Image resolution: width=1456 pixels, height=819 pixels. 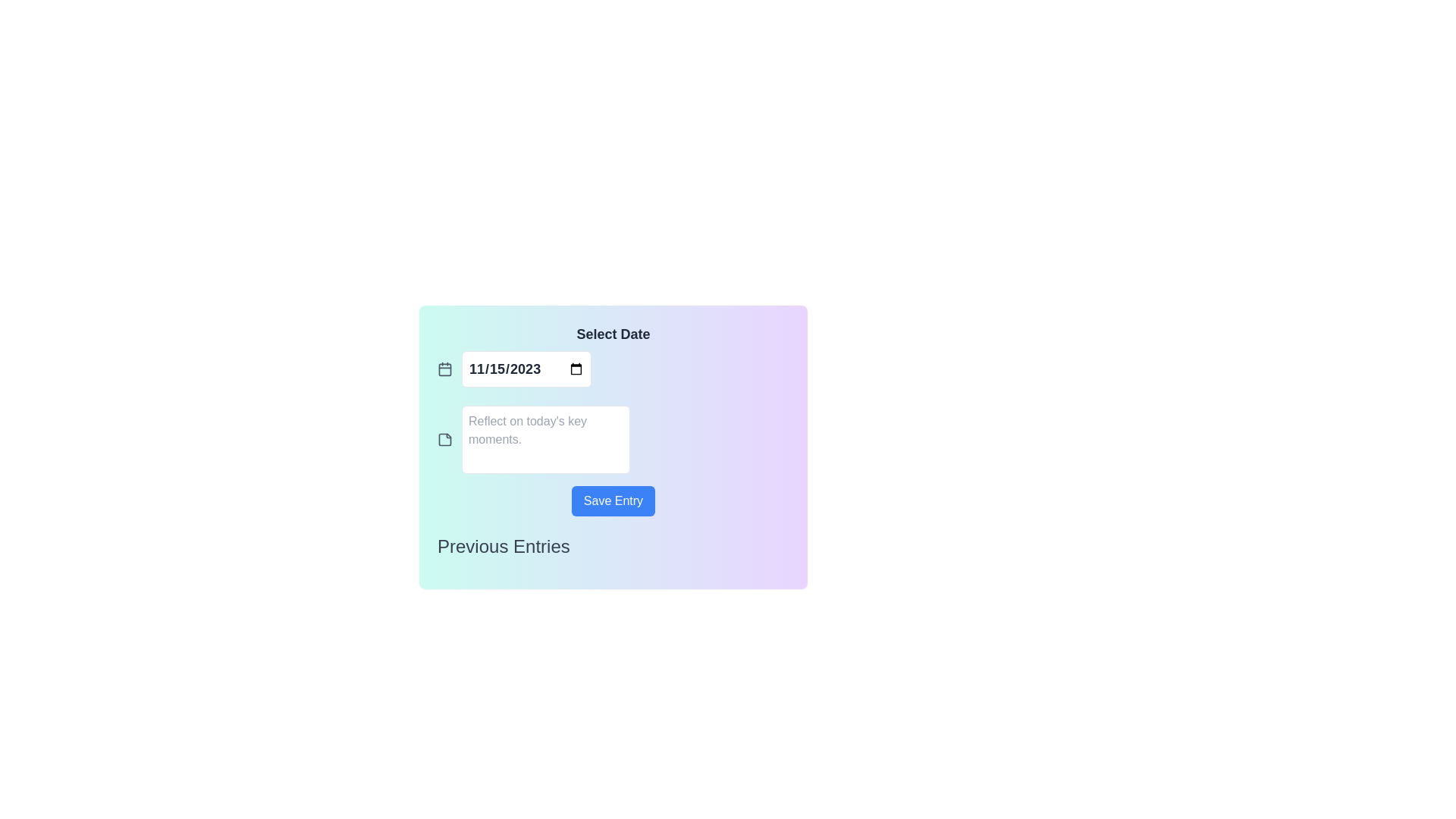 What do you see at coordinates (444, 369) in the screenshot?
I see `visual date block within the calendar icon located at the center of the icon` at bounding box center [444, 369].